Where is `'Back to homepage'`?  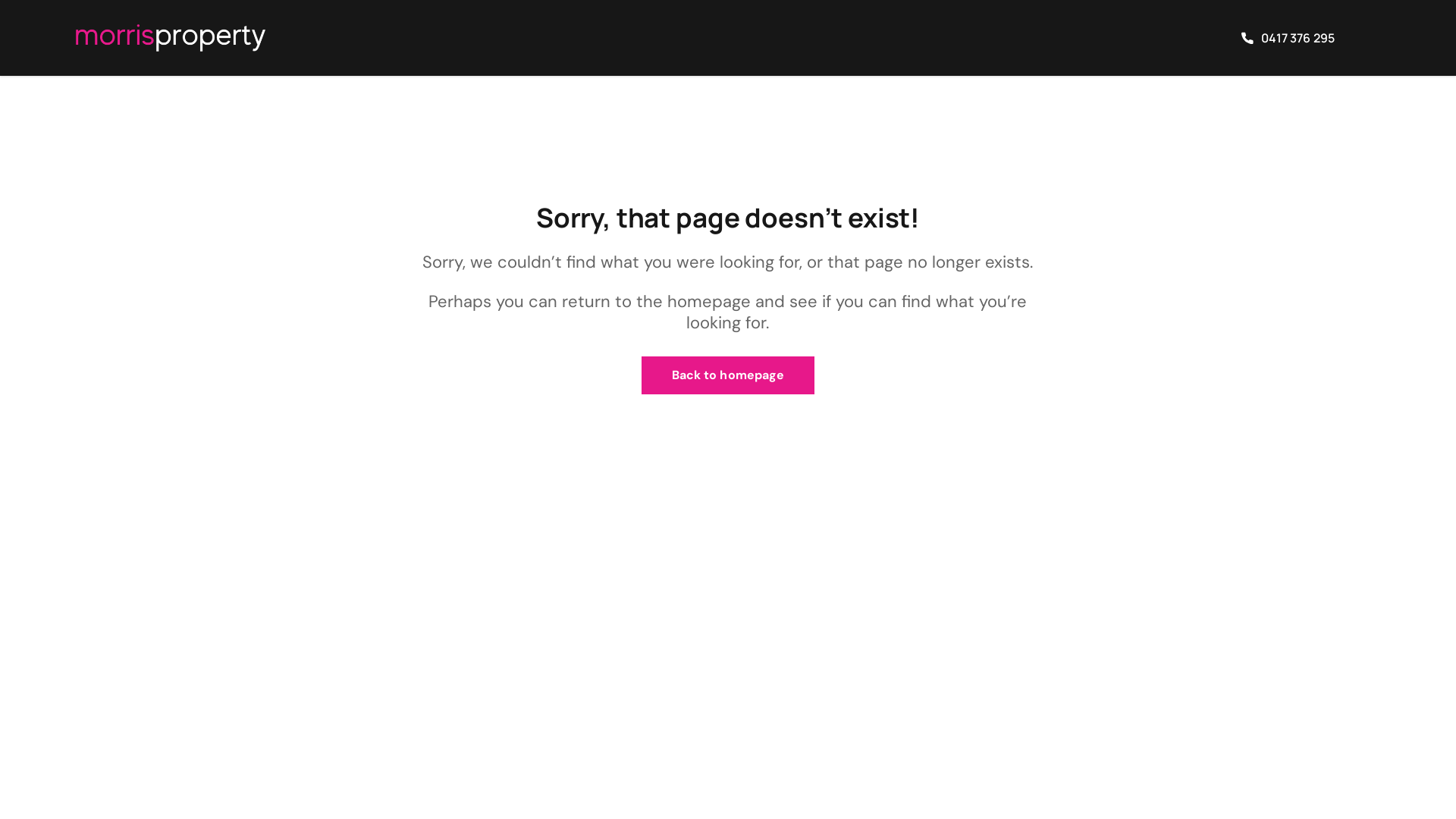 'Back to homepage' is located at coordinates (671, 375).